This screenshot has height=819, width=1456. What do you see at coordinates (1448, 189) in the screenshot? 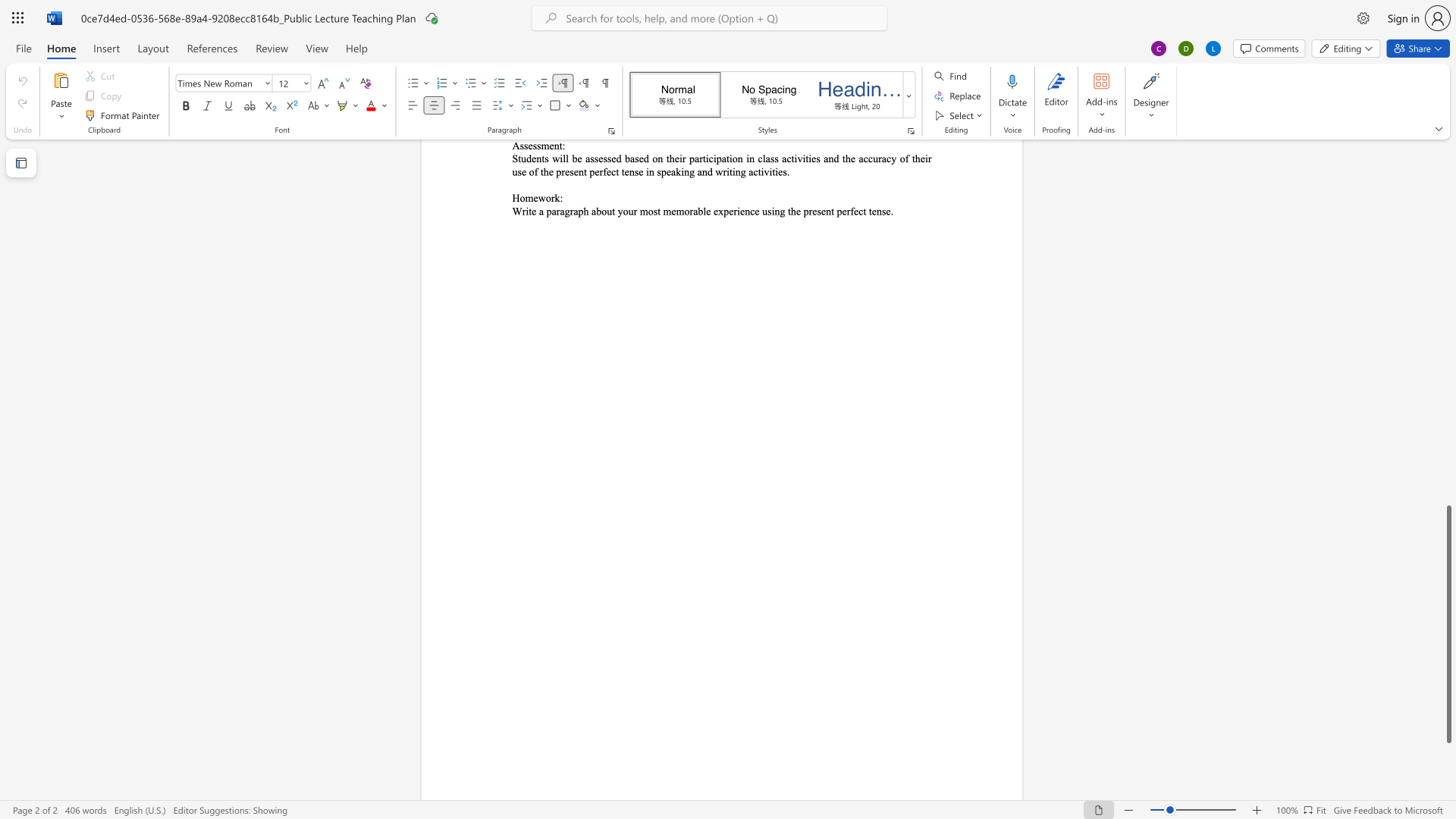
I see `the vertical scrollbar to raise the page content` at bounding box center [1448, 189].